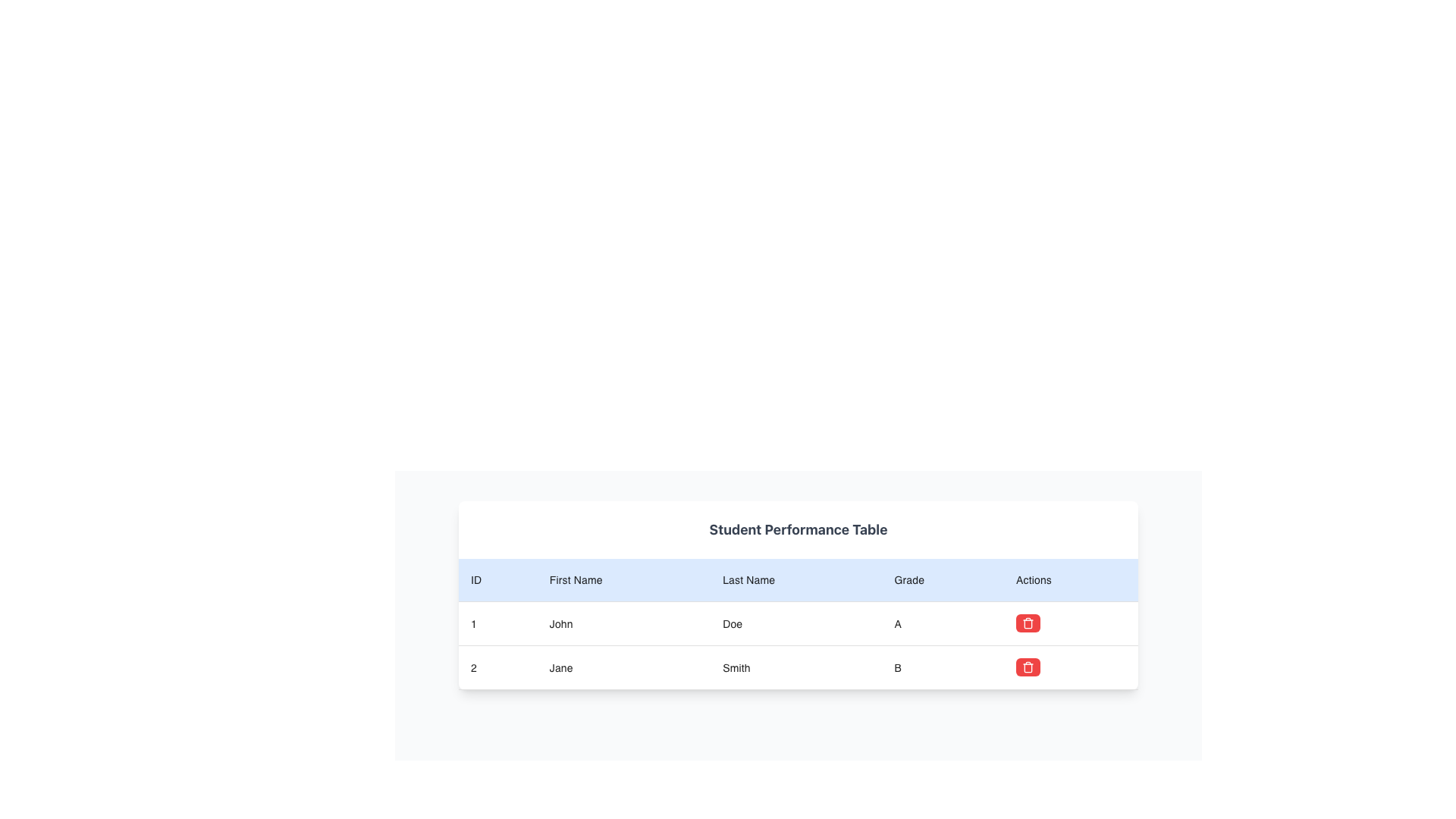  What do you see at coordinates (1070, 667) in the screenshot?
I see `interactive delete button contained within the Table cell for user 'Jane Smith', located in the fifth column of the 'Actions' section` at bounding box center [1070, 667].